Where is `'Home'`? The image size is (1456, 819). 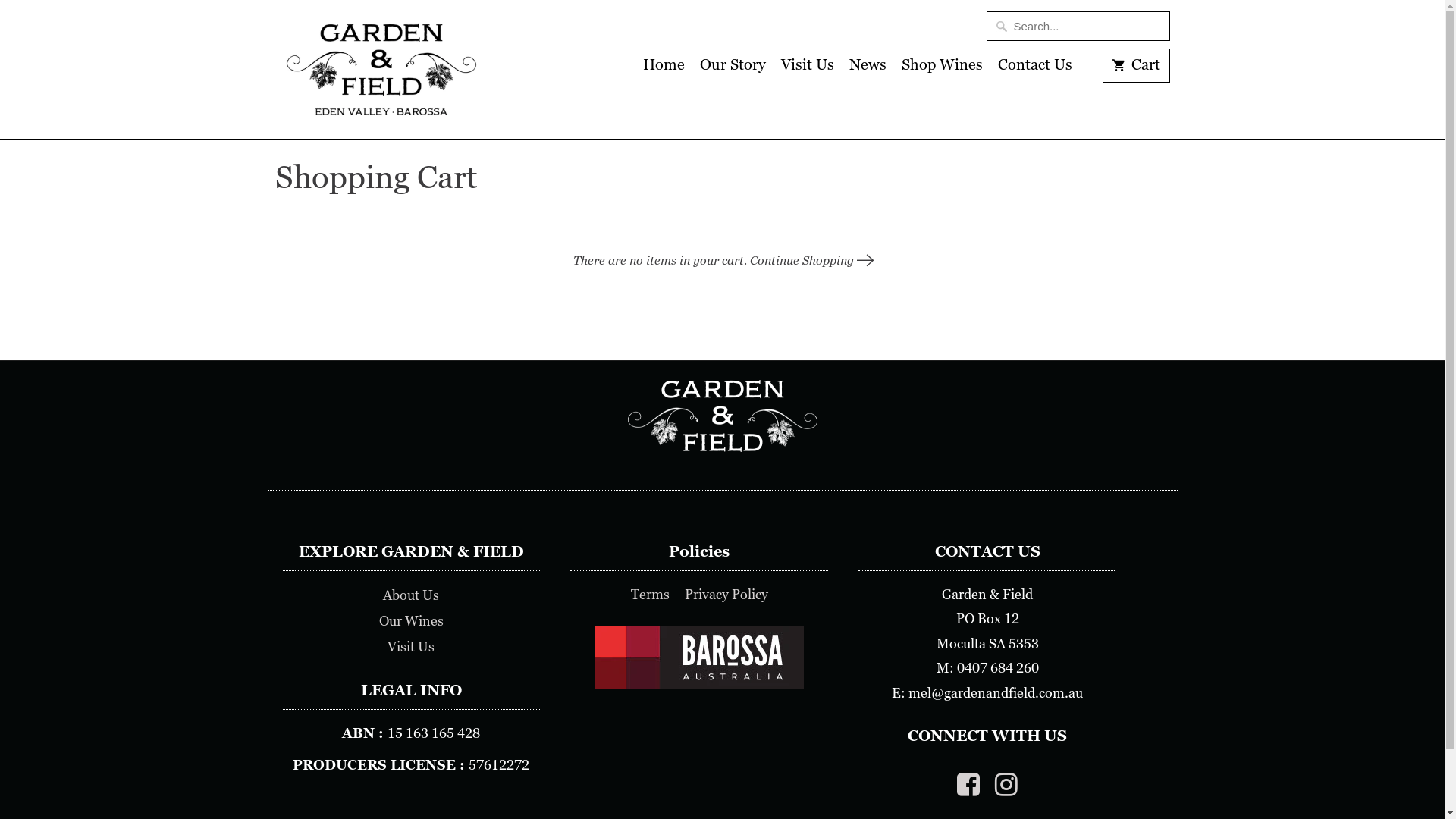 'Home' is located at coordinates (643, 69).